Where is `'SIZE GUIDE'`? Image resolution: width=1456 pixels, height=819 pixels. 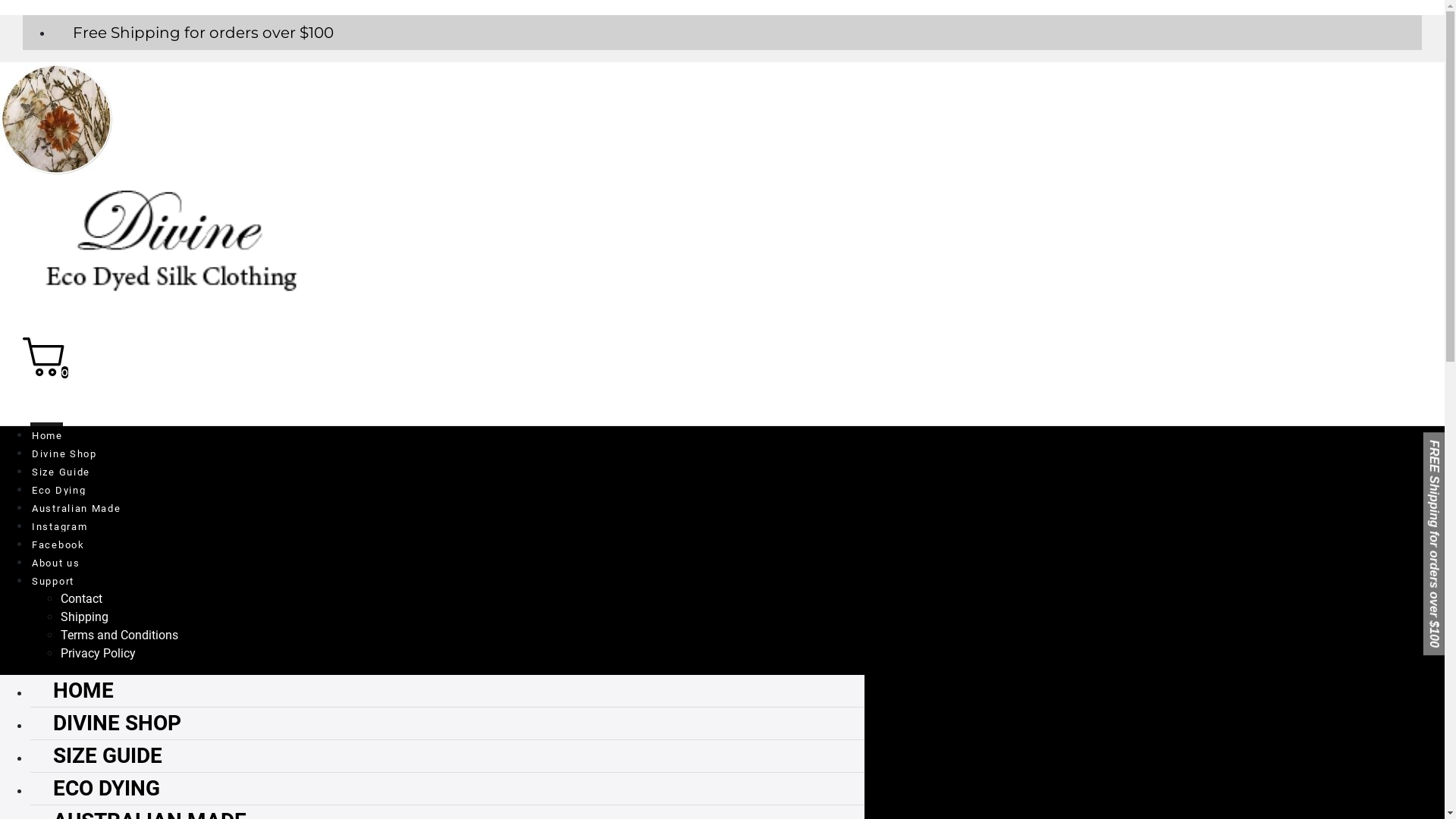 'SIZE GUIDE' is located at coordinates (30, 755).